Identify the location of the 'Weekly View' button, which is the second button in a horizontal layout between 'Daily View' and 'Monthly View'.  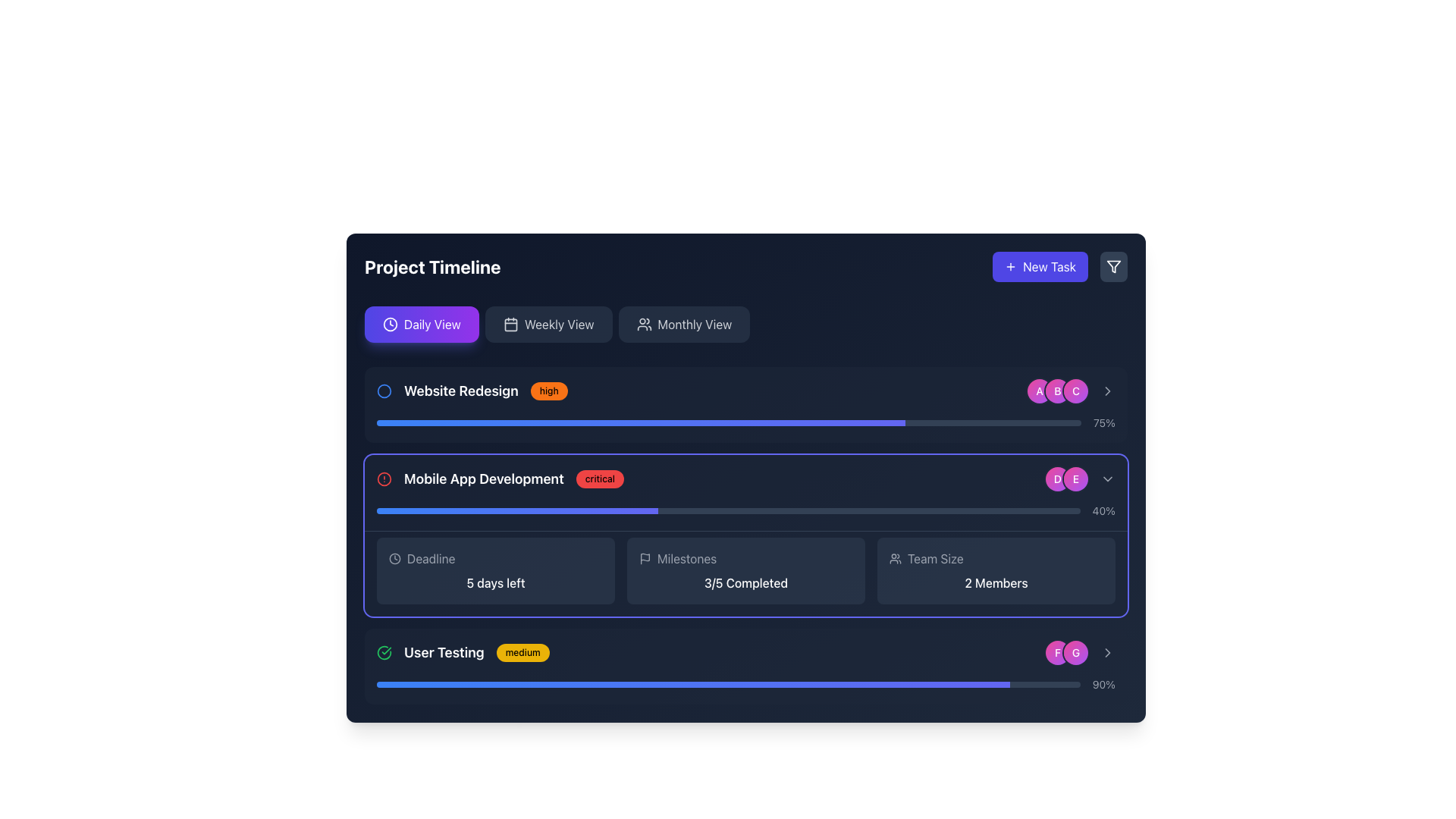
(548, 324).